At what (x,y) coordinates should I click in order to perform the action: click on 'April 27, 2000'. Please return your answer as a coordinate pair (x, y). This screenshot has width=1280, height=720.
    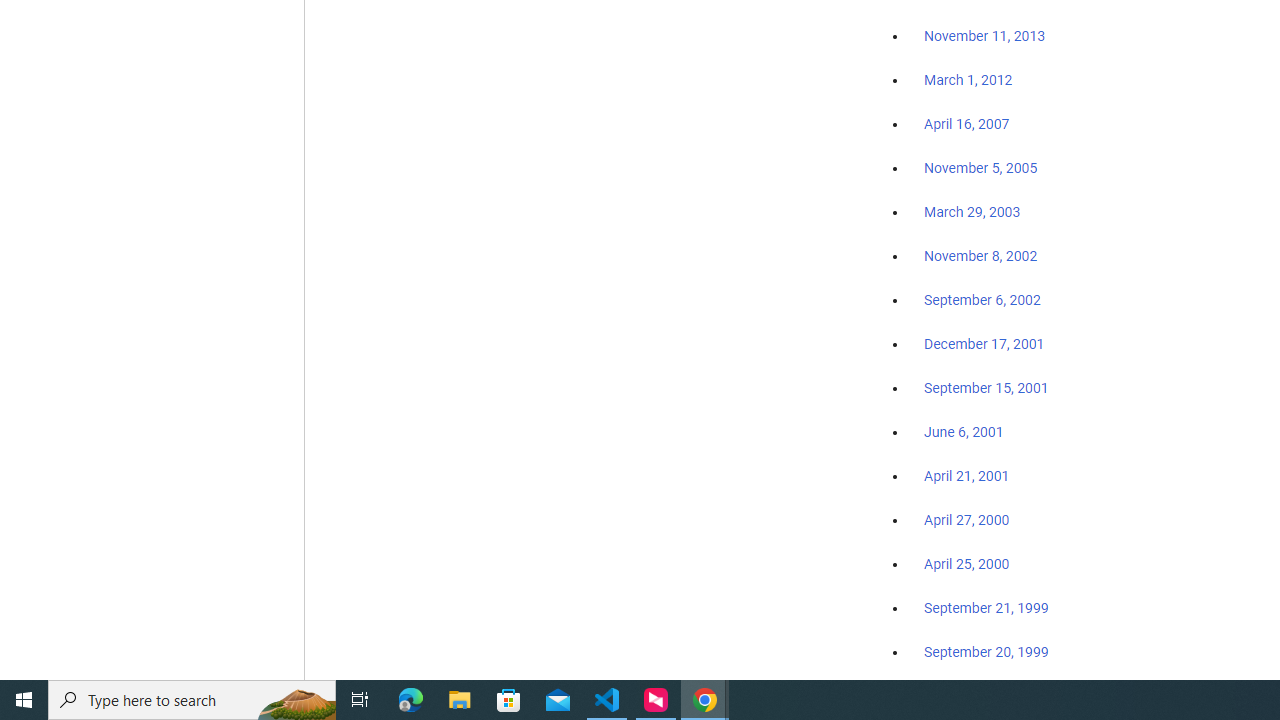
    Looking at the image, I should click on (967, 519).